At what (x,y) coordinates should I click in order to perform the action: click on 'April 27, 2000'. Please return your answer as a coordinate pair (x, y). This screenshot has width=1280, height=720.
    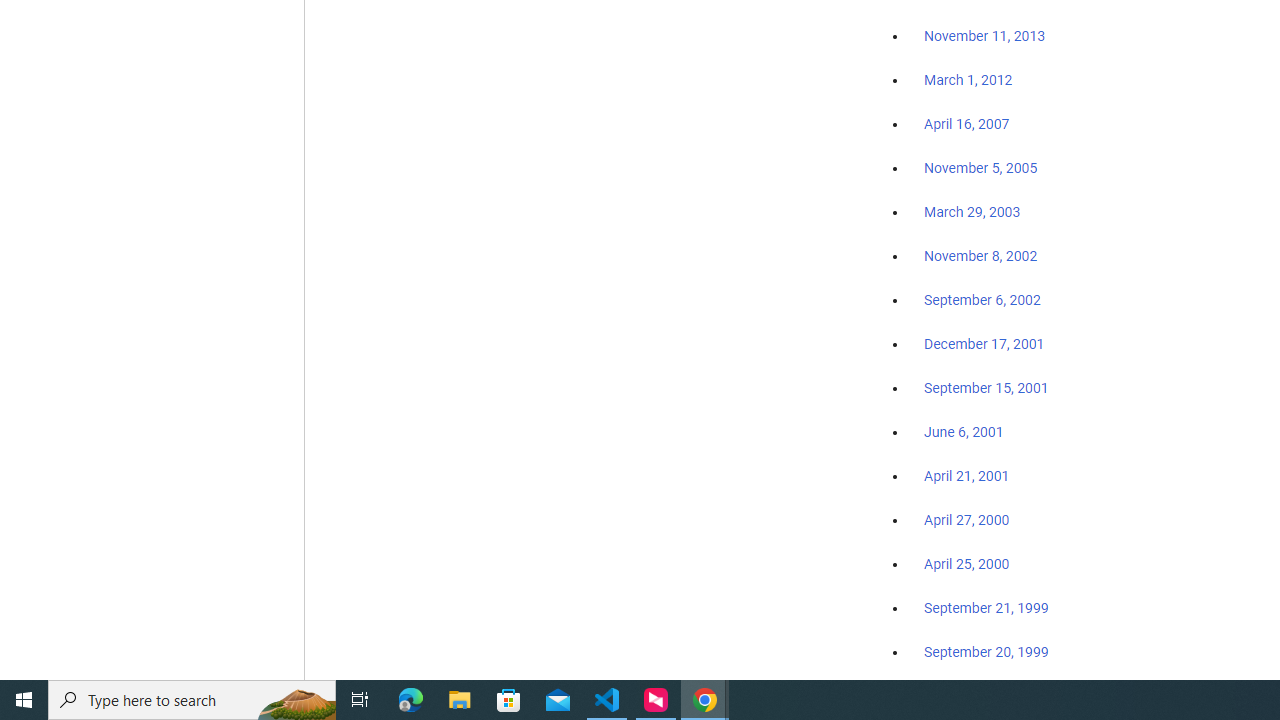
    Looking at the image, I should click on (967, 519).